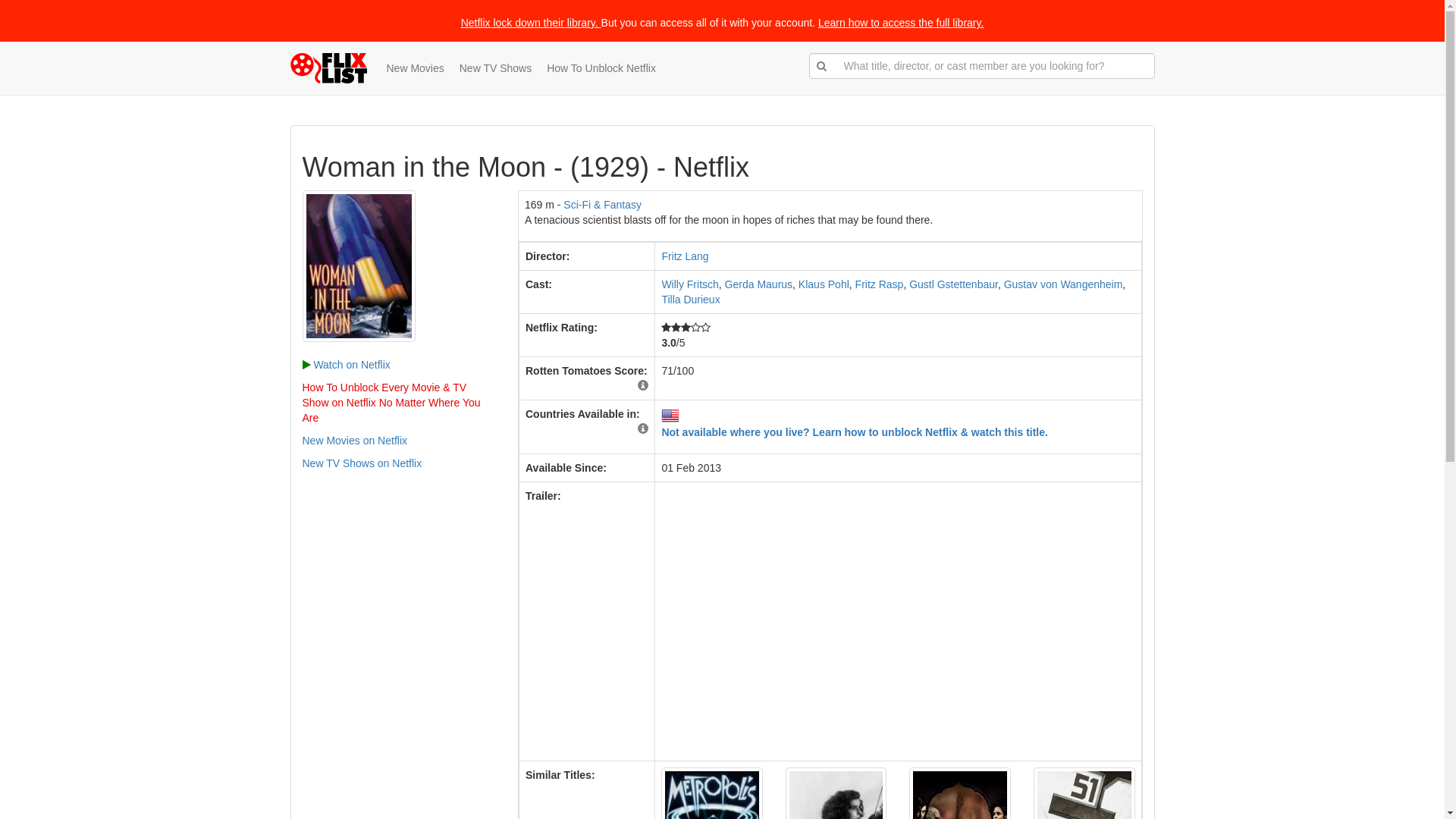 The height and width of the screenshot is (819, 1456). What do you see at coordinates (823, 284) in the screenshot?
I see `'Klaus Pohl'` at bounding box center [823, 284].